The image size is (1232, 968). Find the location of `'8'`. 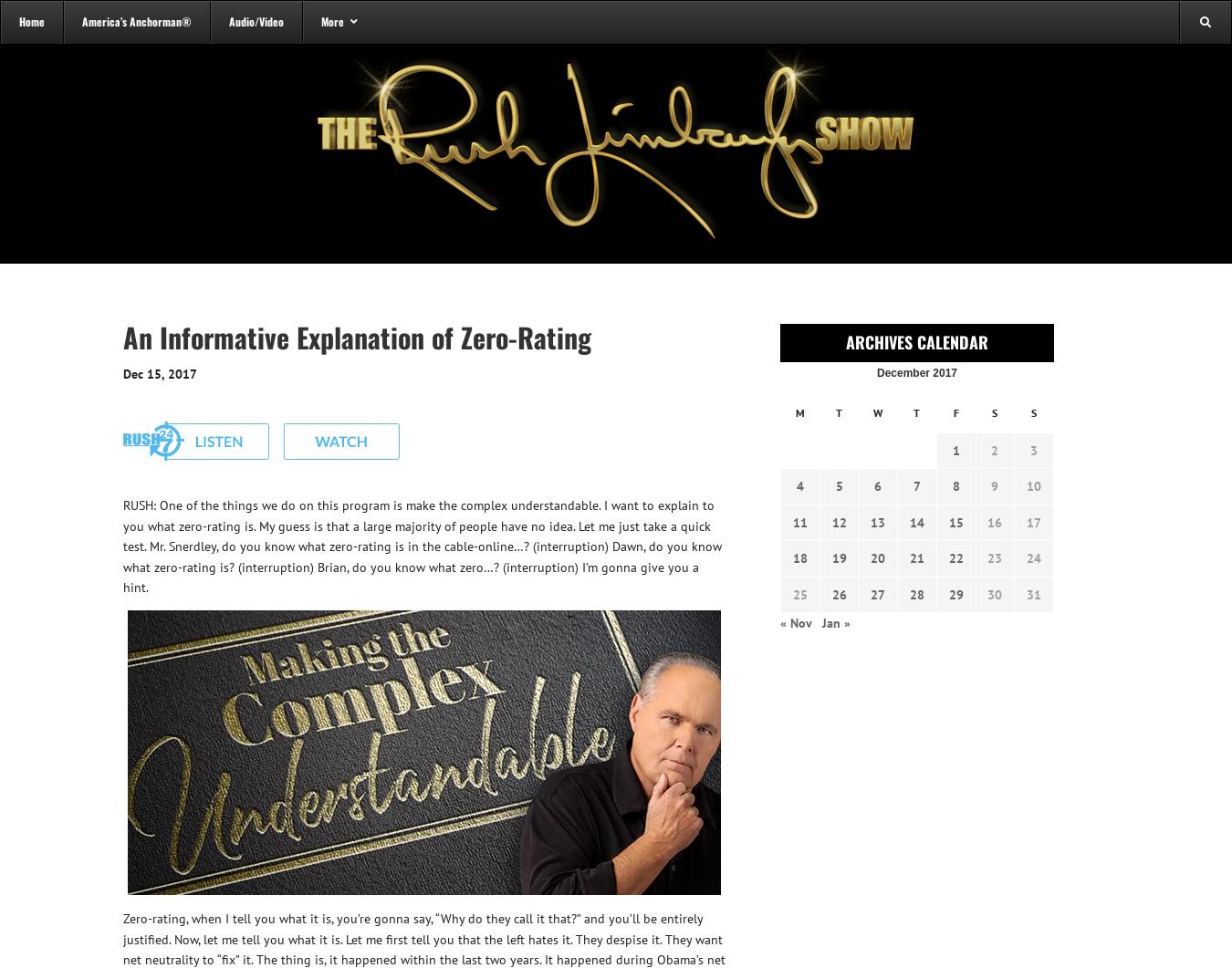

'8' is located at coordinates (955, 485).